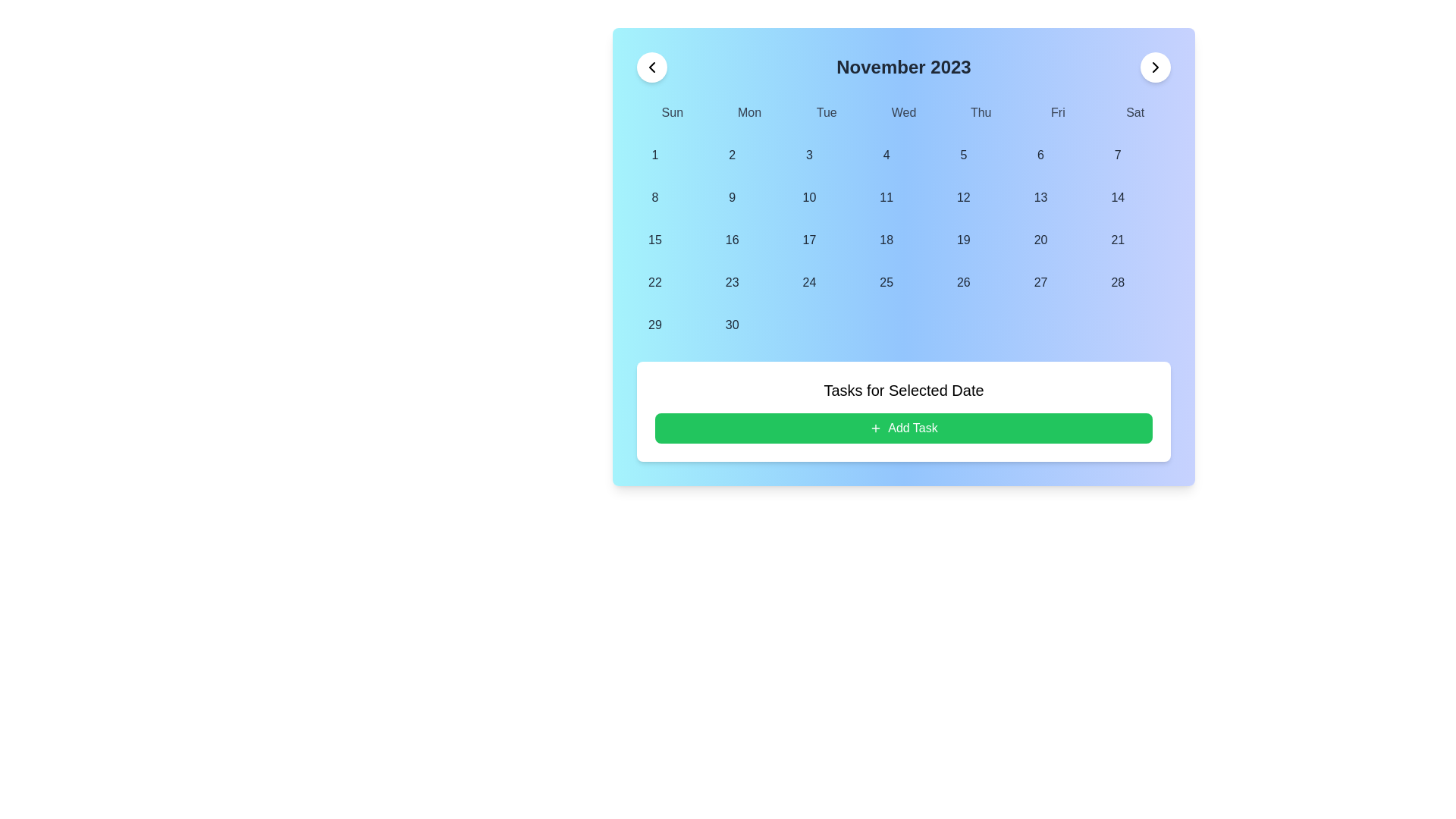  Describe the element at coordinates (903, 390) in the screenshot. I see `the Text Label that serves as a header indicating tasks for a specific selected date, located above the 'Add Task' button` at that location.